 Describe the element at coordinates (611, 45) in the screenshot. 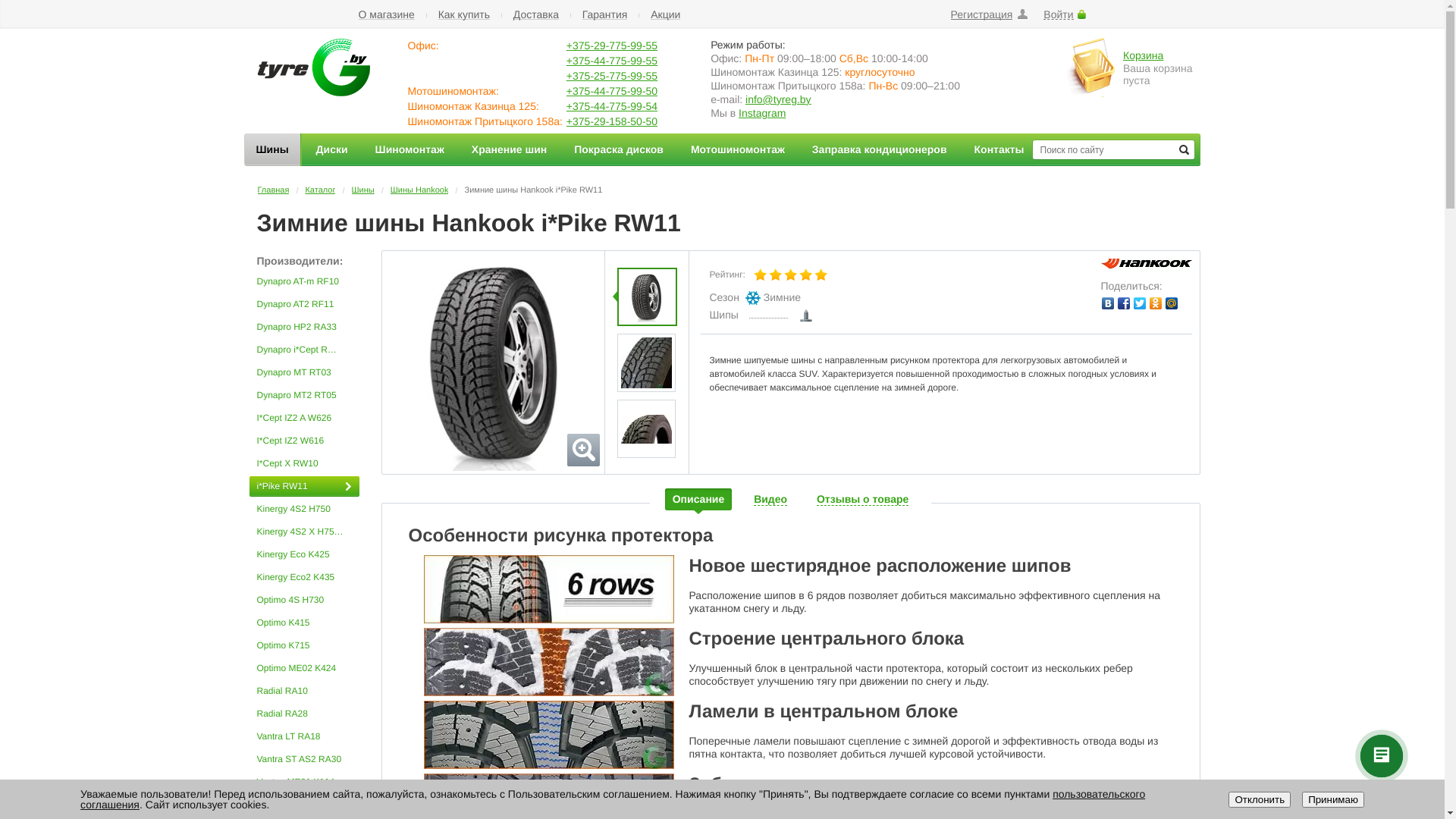

I see `'+375-29-775-99-55'` at that location.